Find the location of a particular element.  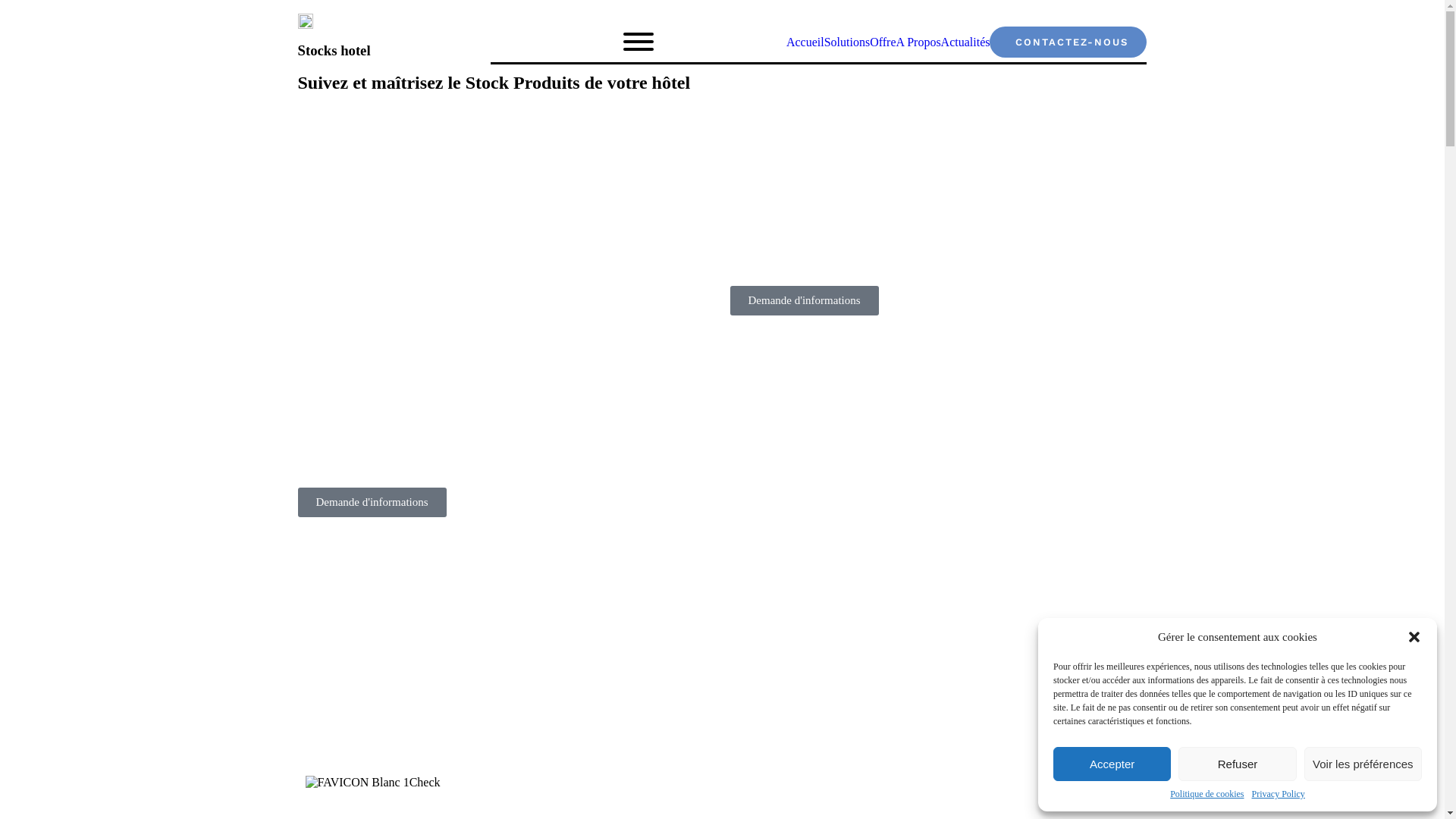

'Demande d'informations' is located at coordinates (371, 502).